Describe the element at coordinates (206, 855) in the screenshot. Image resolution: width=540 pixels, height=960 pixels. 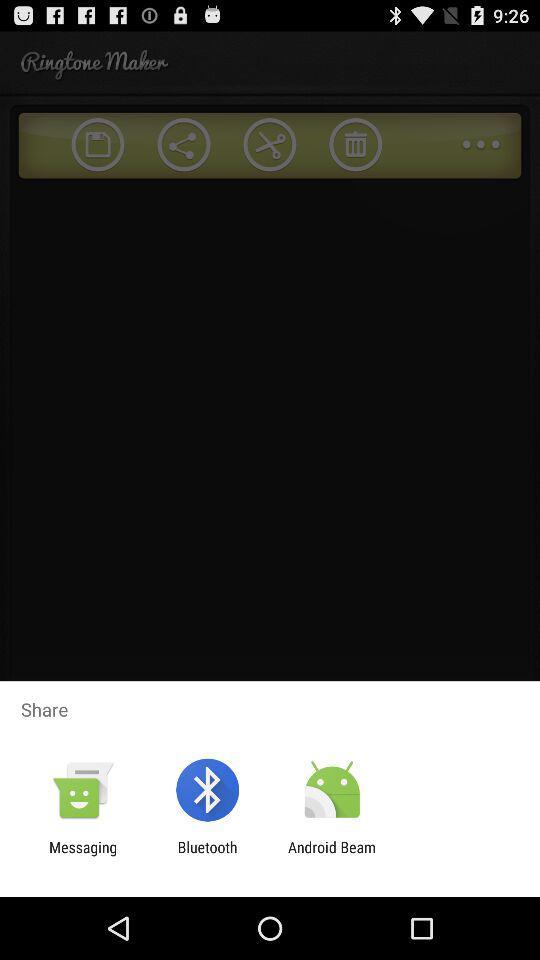
I see `app to the right of messaging item` at that location.